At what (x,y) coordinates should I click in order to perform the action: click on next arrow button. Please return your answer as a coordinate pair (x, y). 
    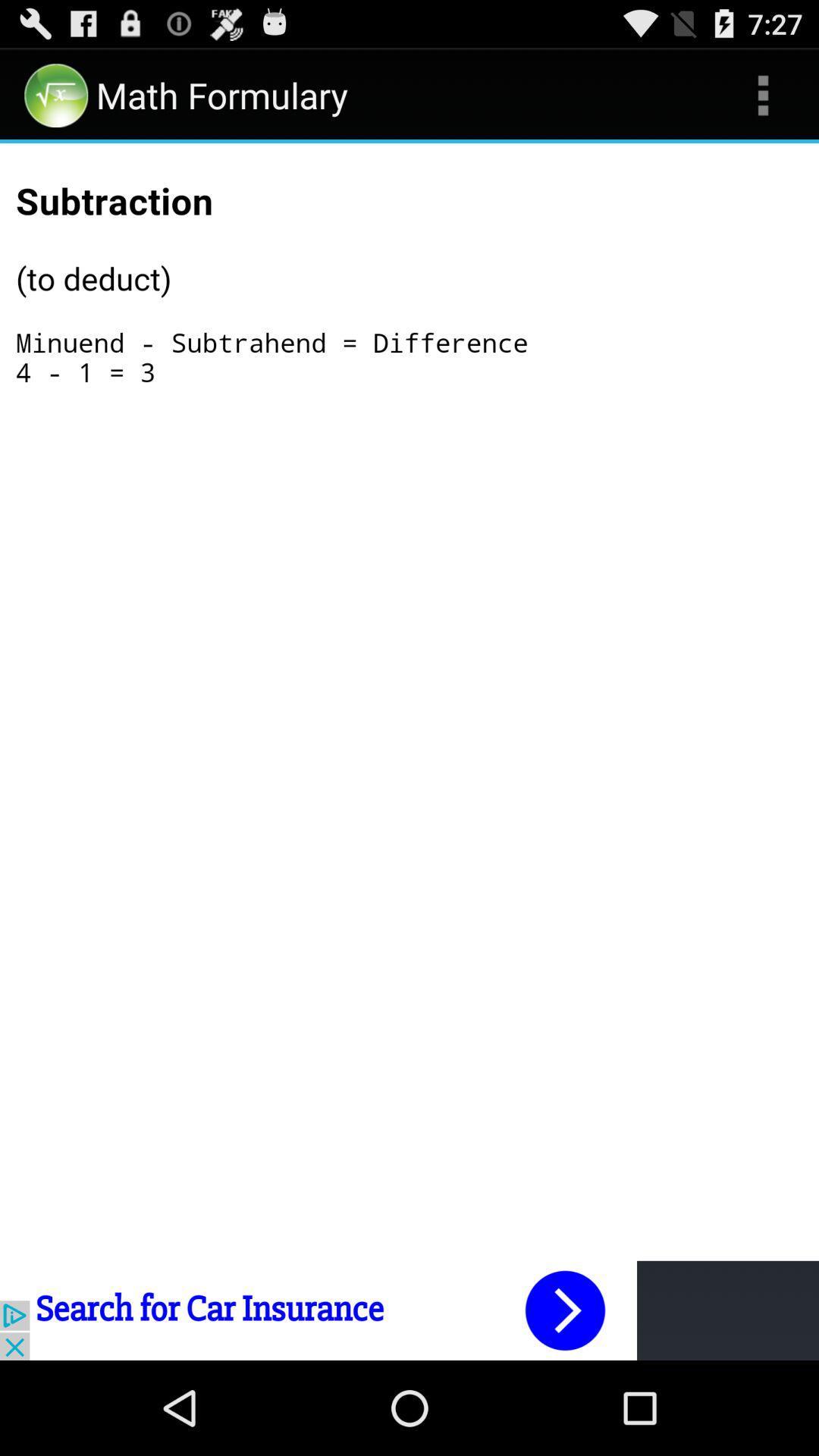
    Looking at the image, I should click on (409, 1310).